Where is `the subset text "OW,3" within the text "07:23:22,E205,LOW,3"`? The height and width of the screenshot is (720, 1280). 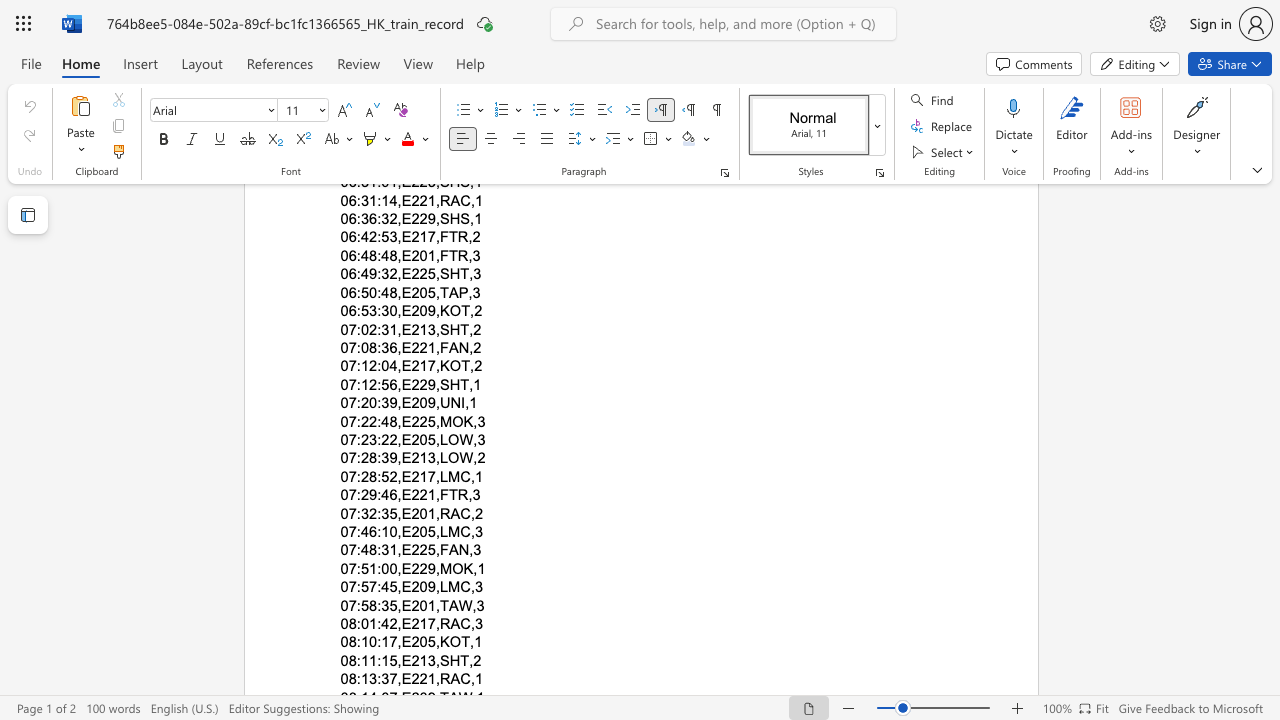 the subset text "OW,3" within the text "07:23:22,E205,LOW,3" is located at coordinates (447, 438).